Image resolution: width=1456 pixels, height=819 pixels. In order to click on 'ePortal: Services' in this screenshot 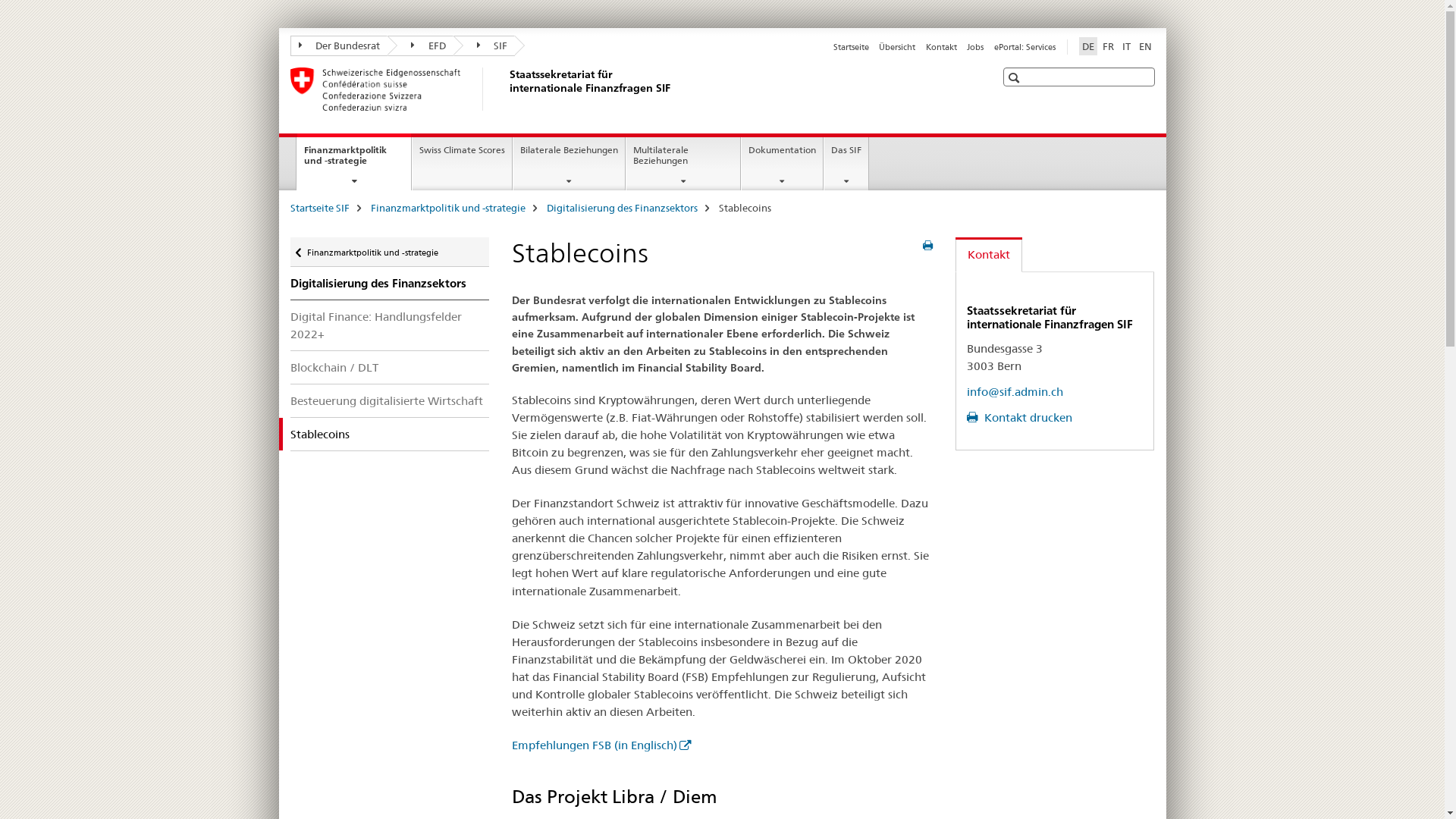, I will do `click(1024, 45)`.